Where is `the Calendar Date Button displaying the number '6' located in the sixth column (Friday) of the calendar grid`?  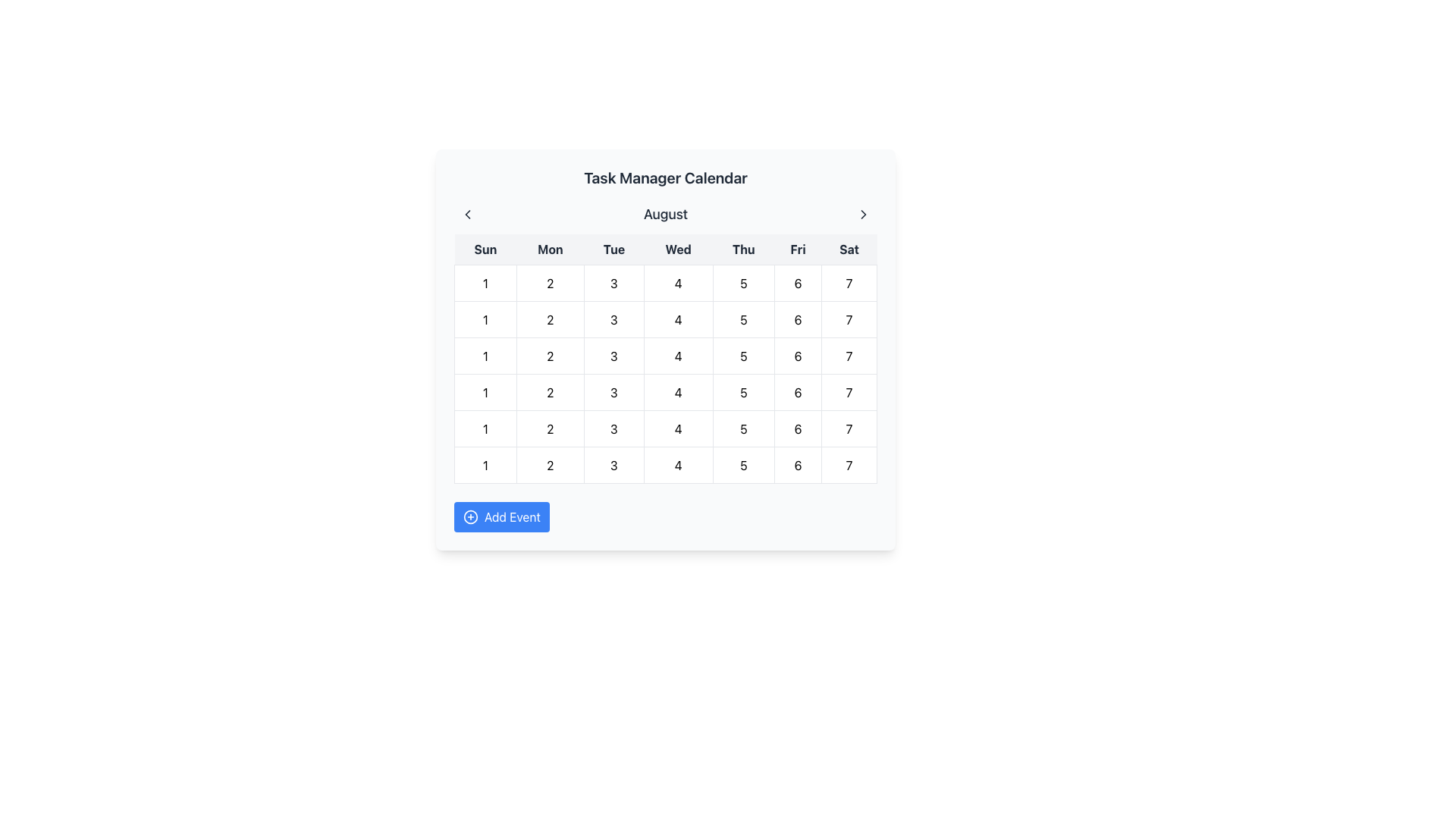
the Calendar Date Button displaying the number '6' located in the sixth column (Friday) of the calendar grid is located at coordinates (797, 356).